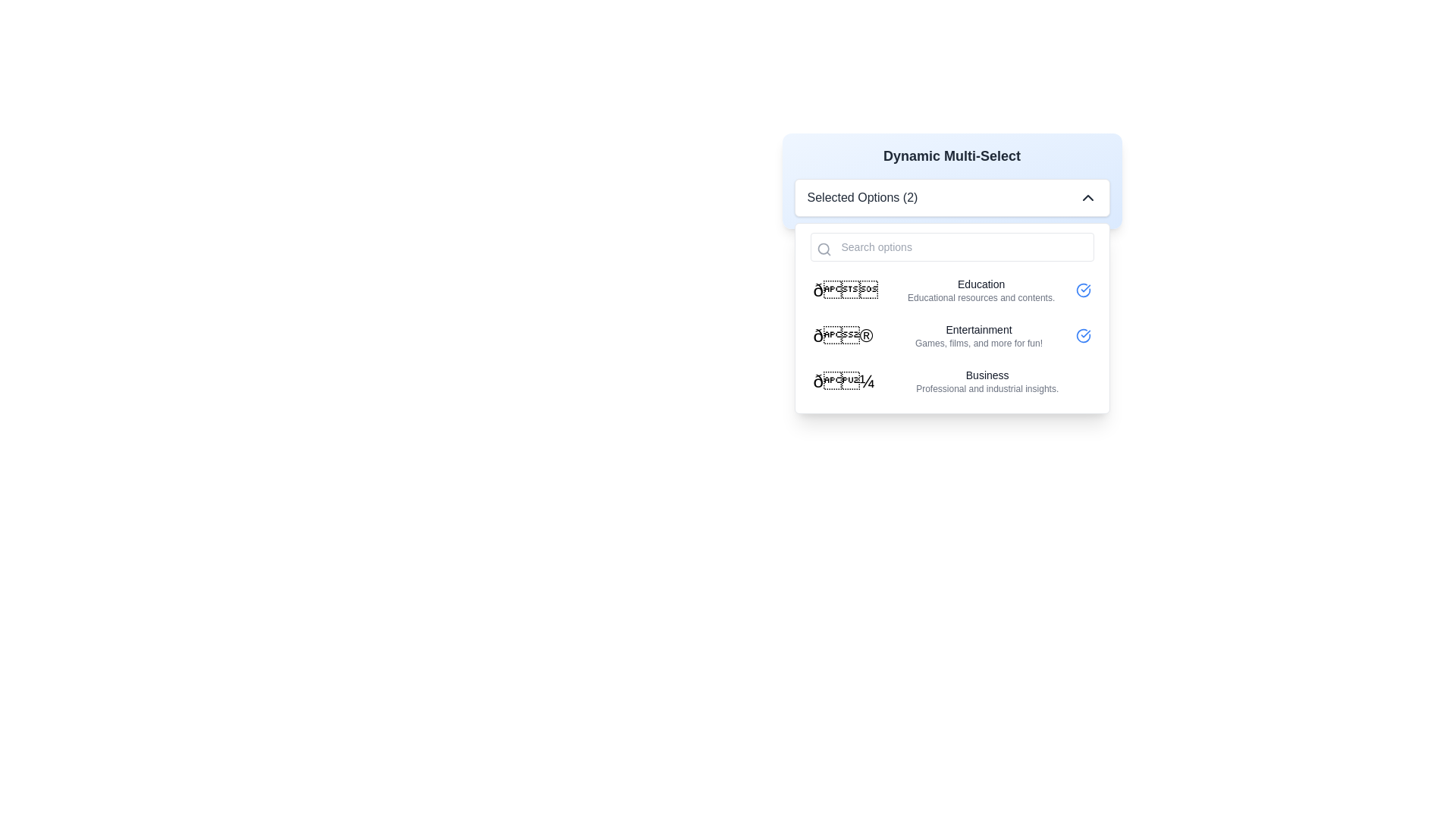 The height and width of the screenshot is (819, 1456). I want to click on the magnifying glass icon, which is styled as a small gray outline and positioned to the left of the 'Search options' placeholder text in the search input area, so click(823, 248).